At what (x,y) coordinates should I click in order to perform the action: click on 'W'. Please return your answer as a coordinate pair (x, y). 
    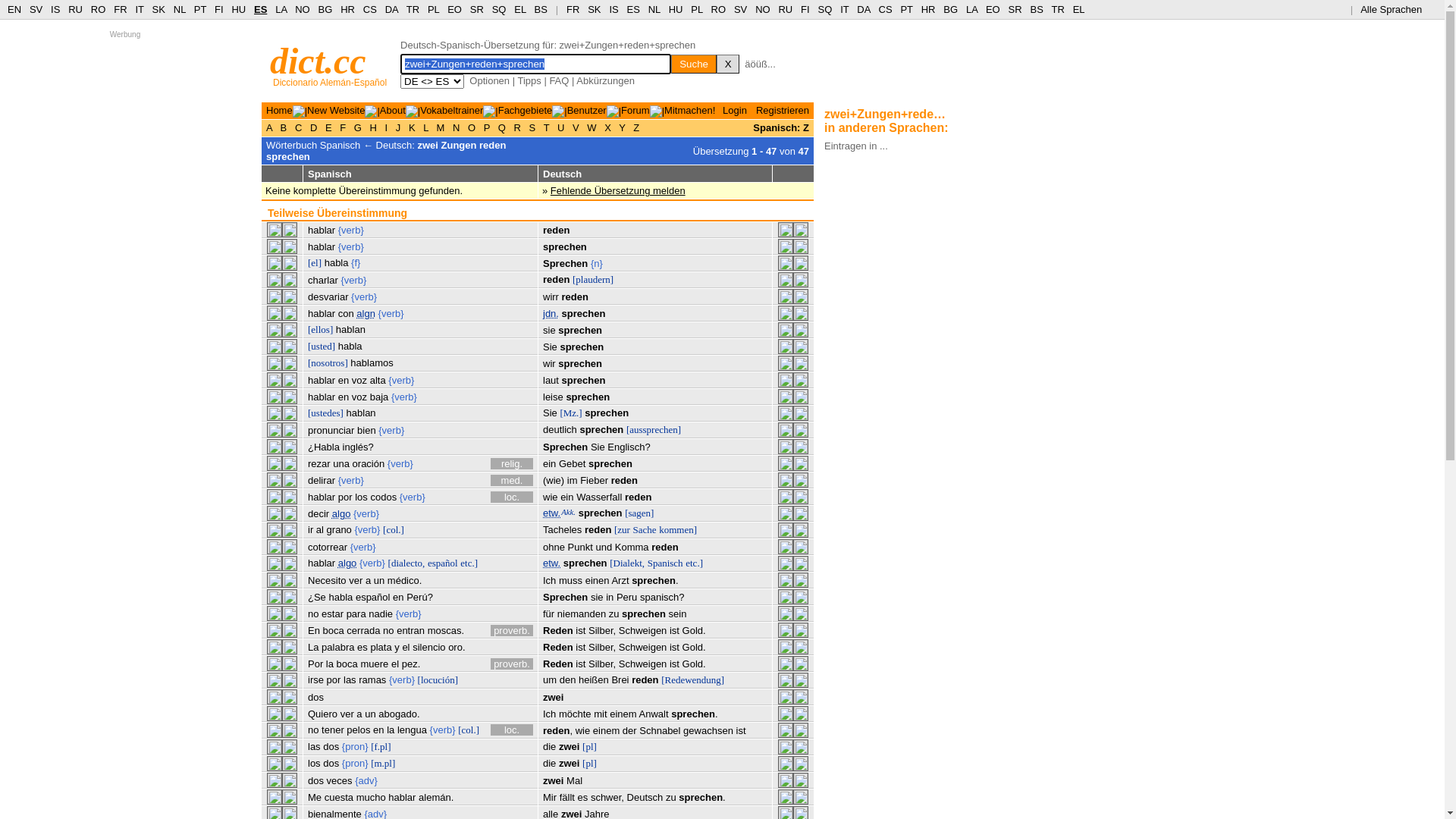
    Looking at the image, I should click on (584, 127).